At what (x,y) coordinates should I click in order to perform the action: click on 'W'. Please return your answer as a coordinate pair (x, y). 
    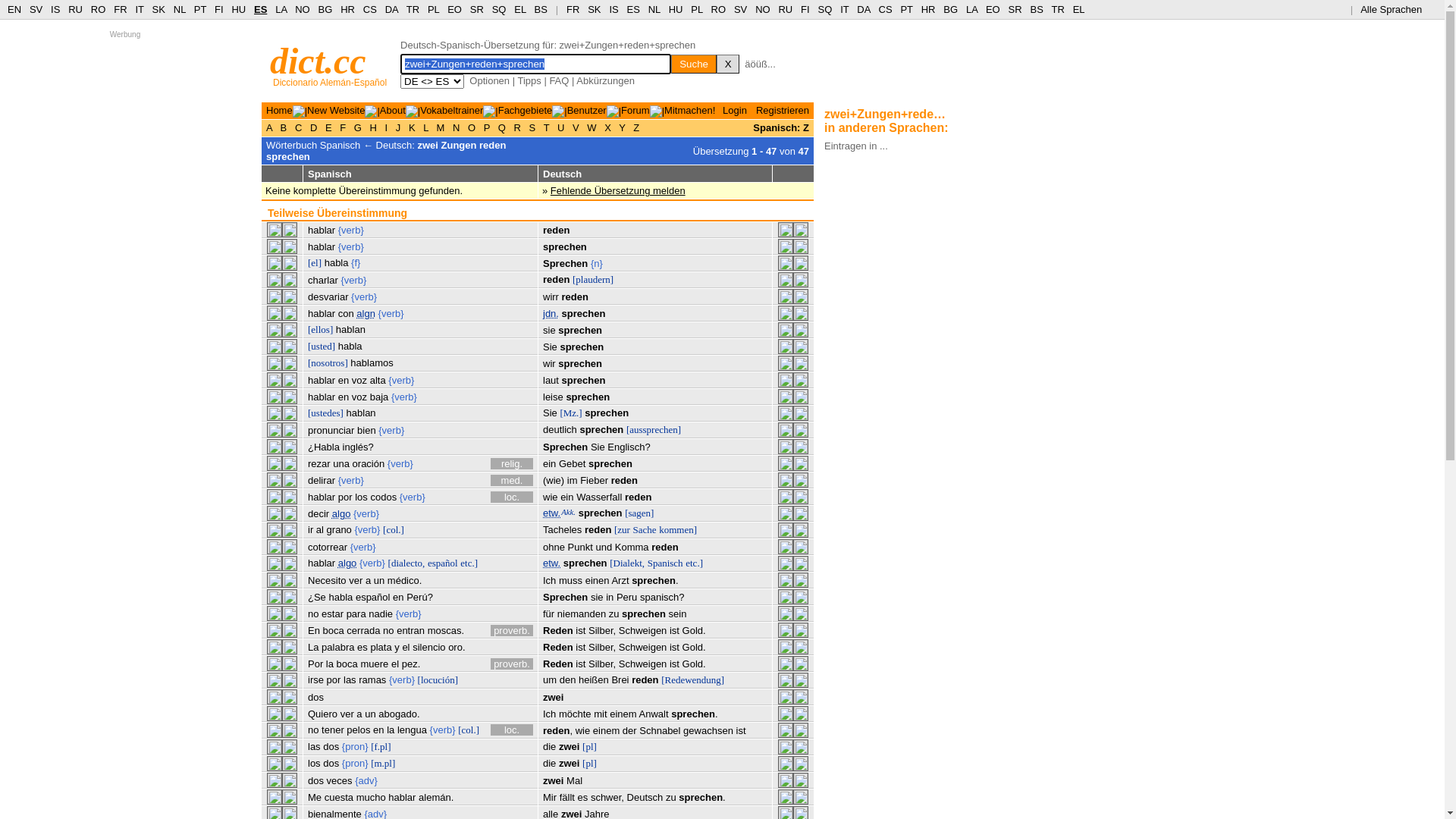
    Looking at the image, I should click on (584, 127).